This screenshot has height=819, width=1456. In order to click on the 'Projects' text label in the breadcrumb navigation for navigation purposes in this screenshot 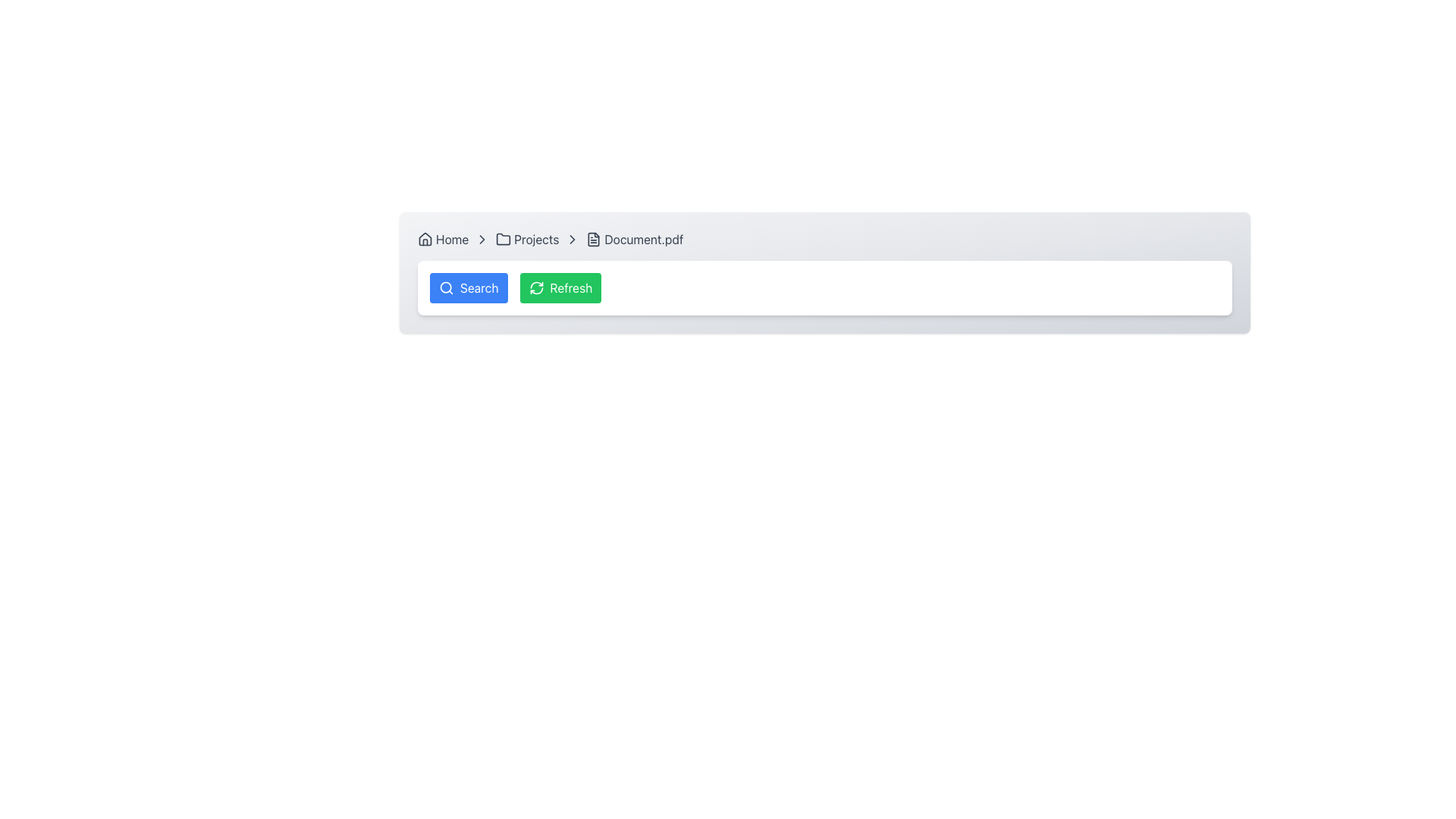, I will do `click(536, 239)`.